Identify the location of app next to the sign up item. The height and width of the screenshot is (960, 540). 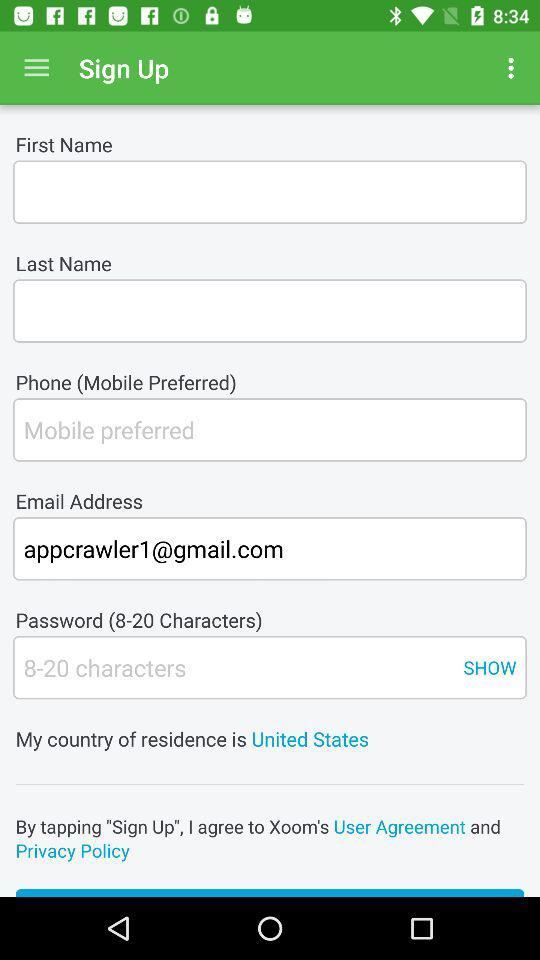
(36, 68).